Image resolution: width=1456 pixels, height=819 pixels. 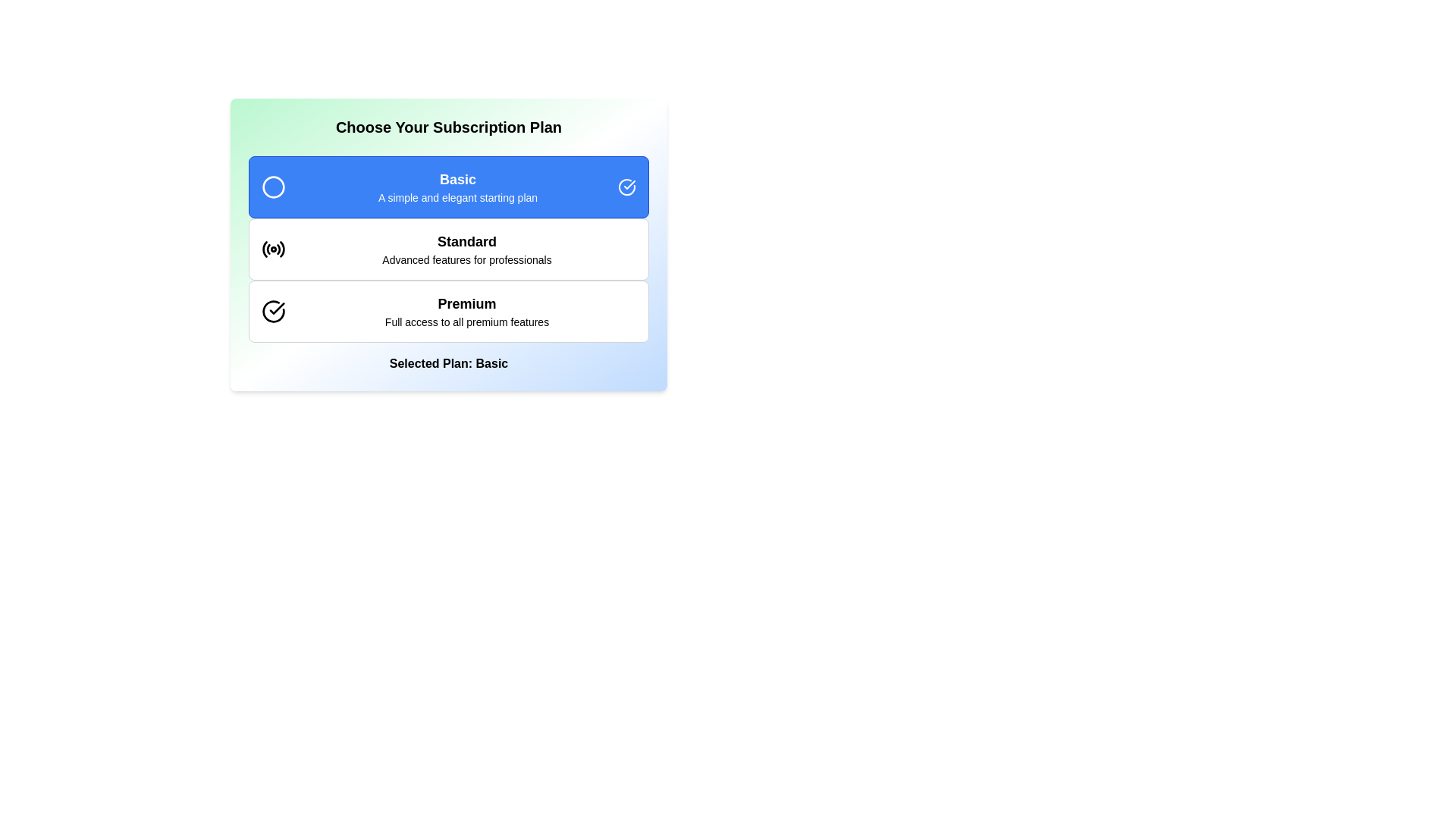 What do you see at coordinates (457, 186) in the screenshot?
I see `the text block that serves as a descriptive label for the 'Basic' subscription plan, which is centrally positioned with a round icon to its left and a checkmark to its right` at bounding box center [457, 186].